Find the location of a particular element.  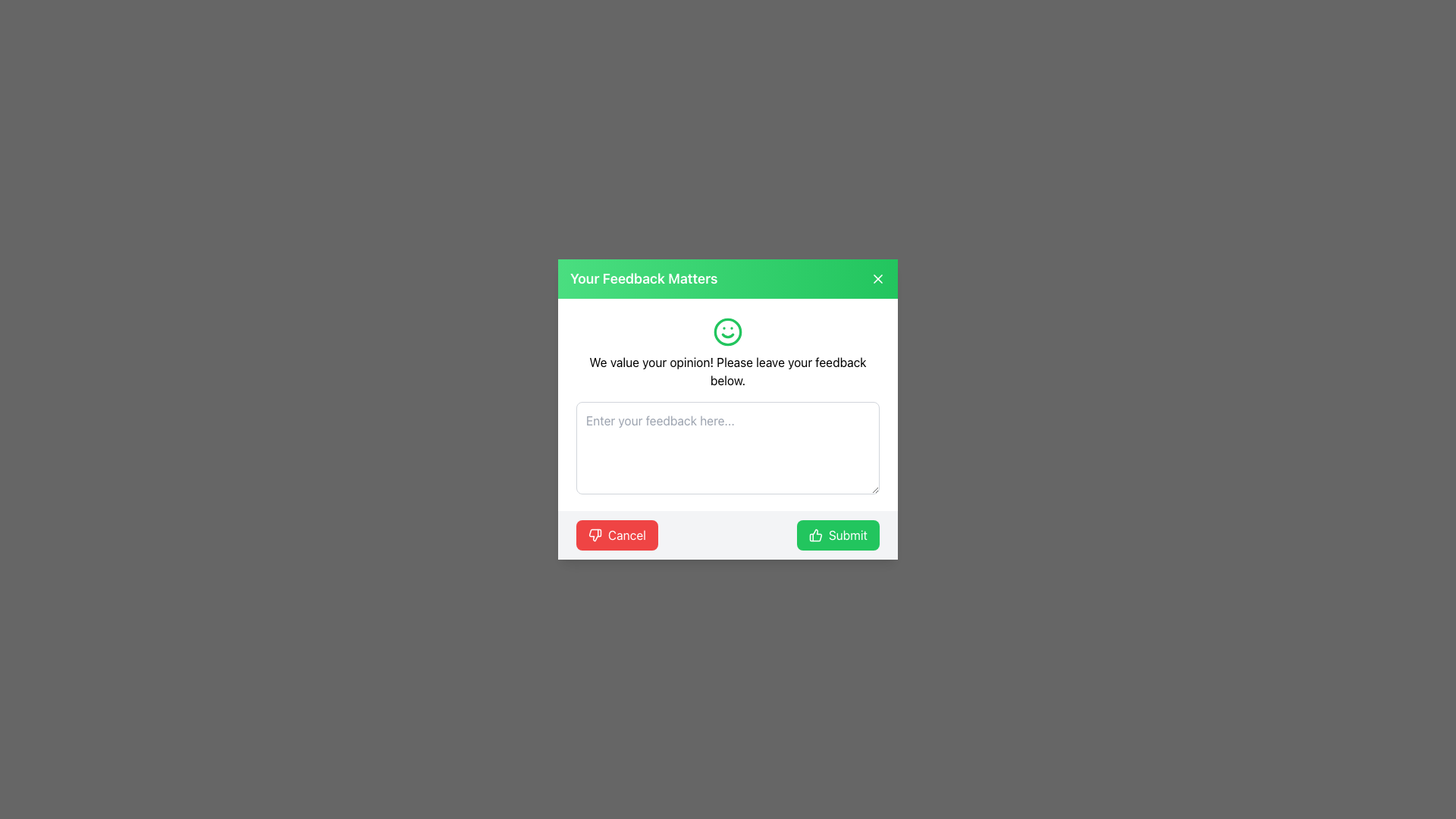

the small button with an 'X' icon, which has a green background and is located in the top-right corner of the header bar labeled 'Your Feedback Matters' is located at coordinates (877, 278).